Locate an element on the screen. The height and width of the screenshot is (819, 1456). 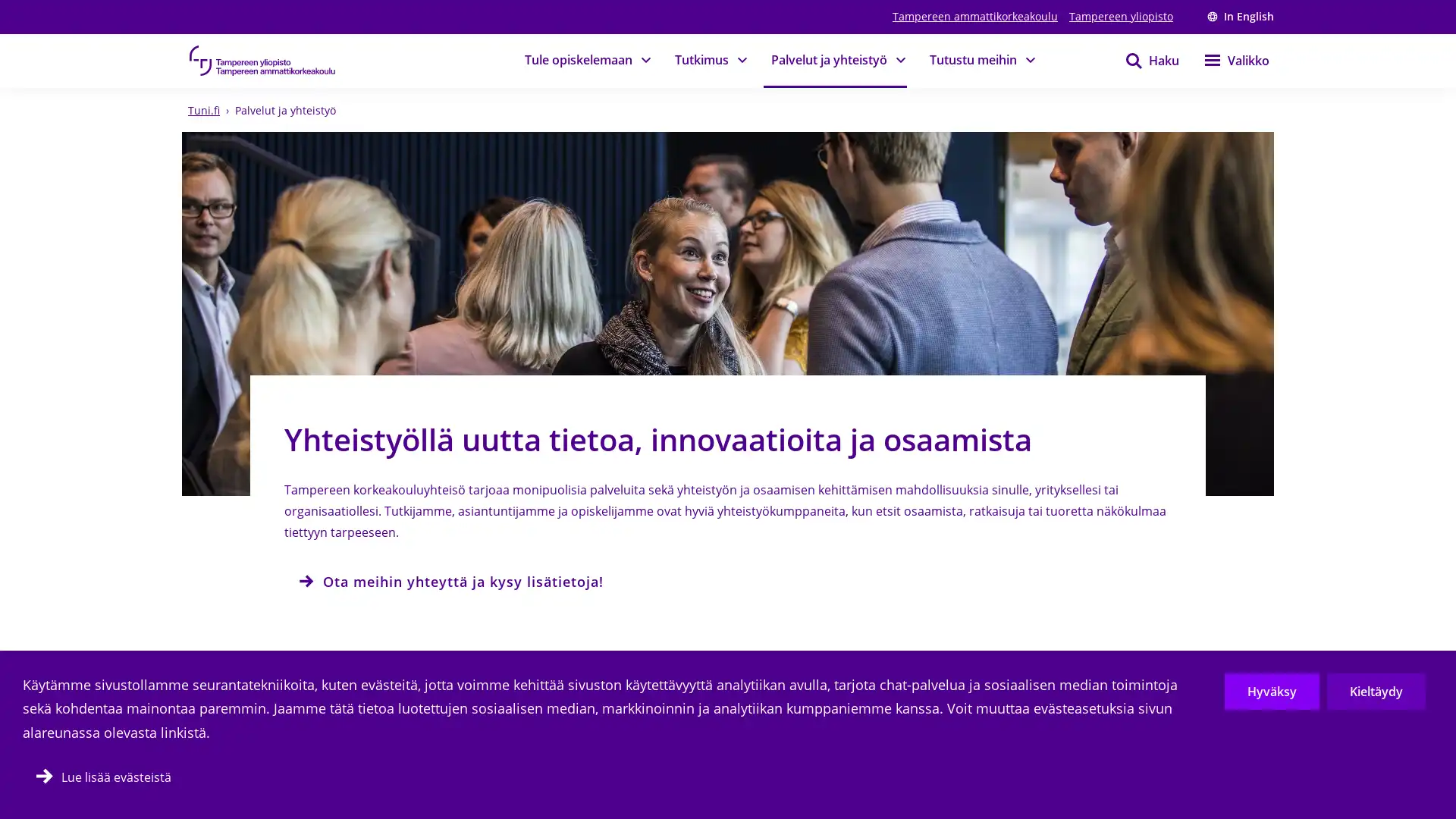
Valikko is located at coordinates (1236, 60).